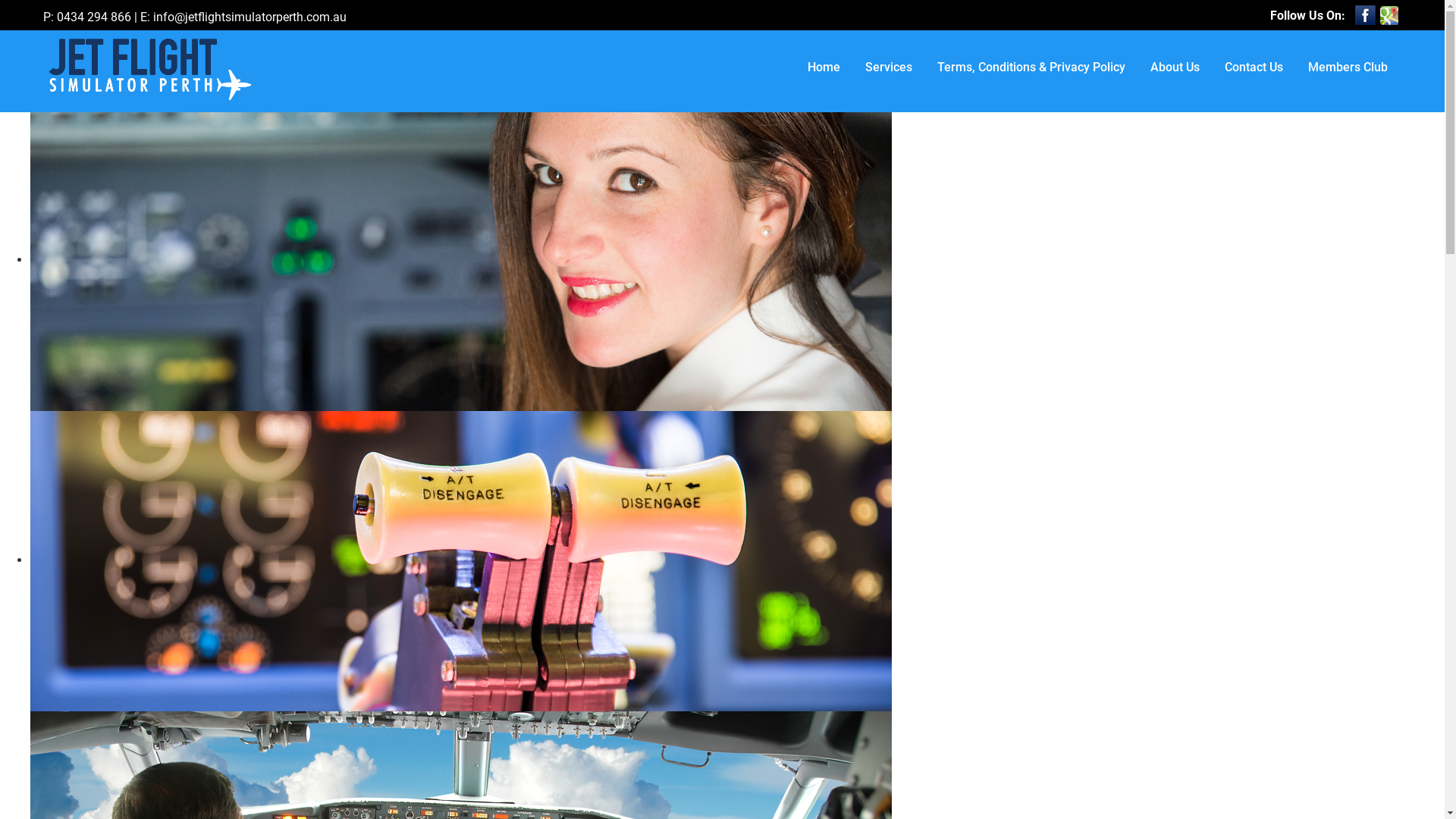 The height and width of the screenshot is (819, 1456). What do you see at coordinates (1348, 66) in the screenshot?
I see `'Members Club'` at bounding box center [1348, 66].